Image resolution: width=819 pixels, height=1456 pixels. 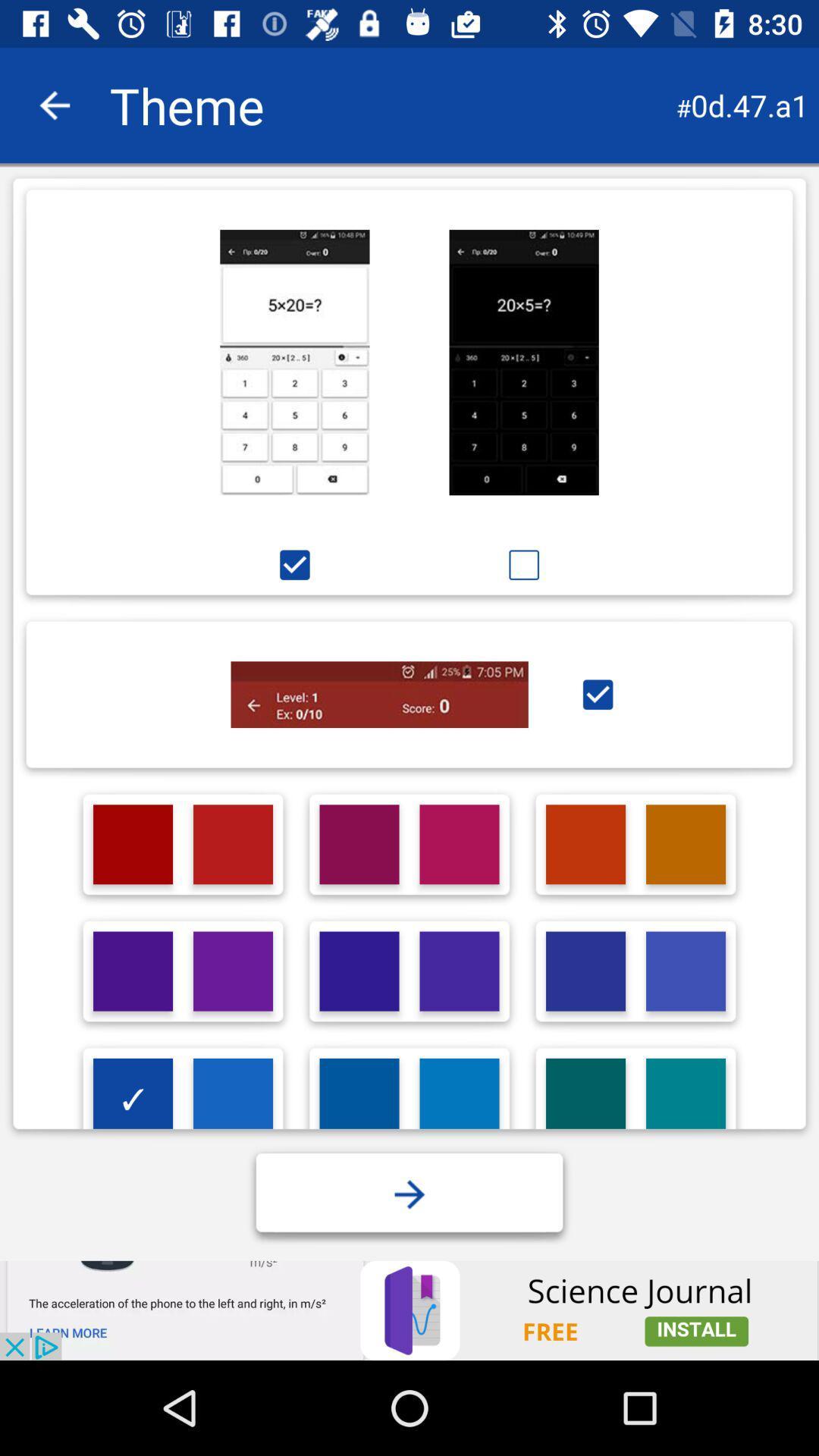 I want to click on choose color, so click(x=132, y=971).